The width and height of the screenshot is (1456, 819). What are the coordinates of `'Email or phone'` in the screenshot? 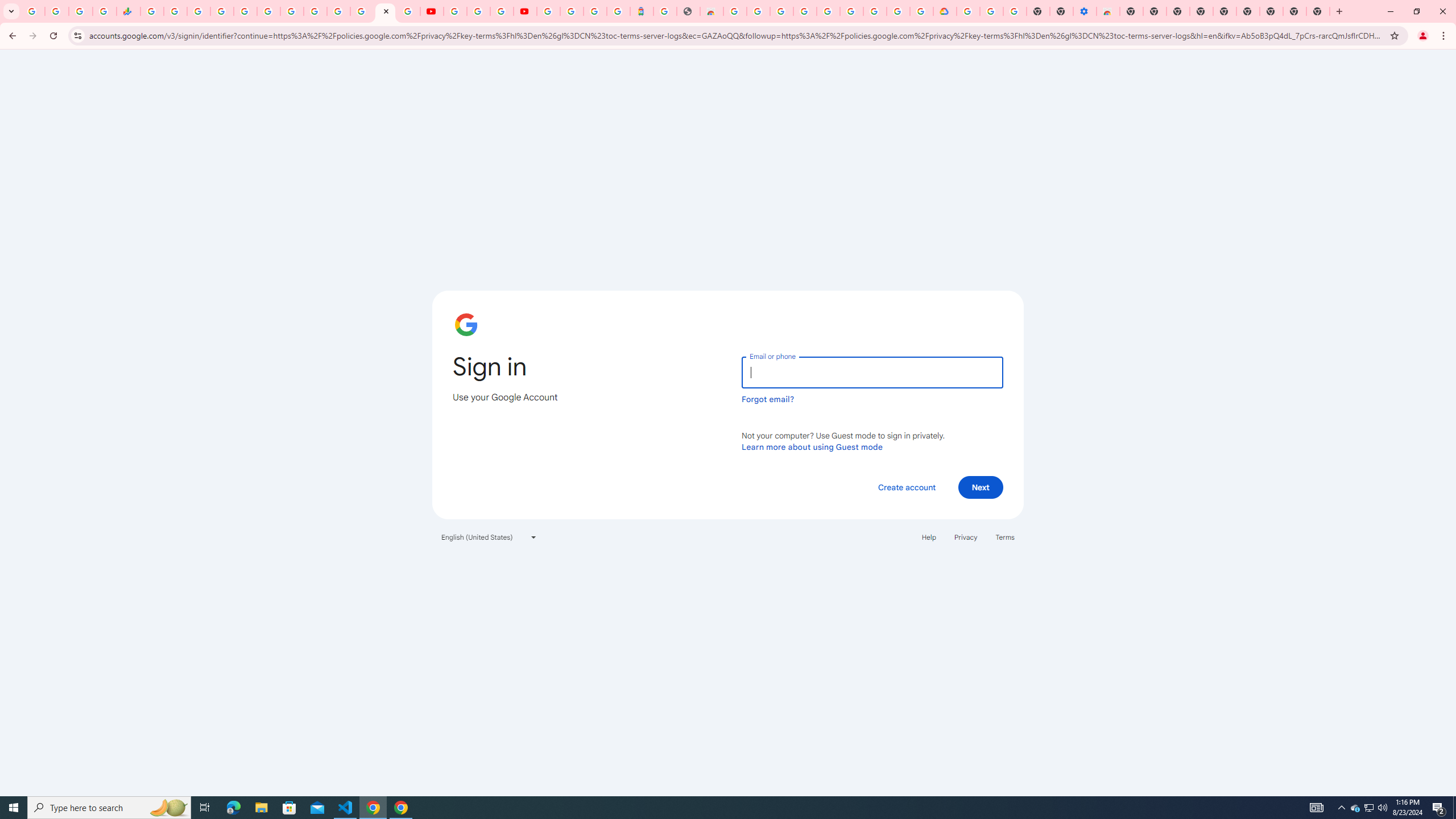 It's located at (871, 372).